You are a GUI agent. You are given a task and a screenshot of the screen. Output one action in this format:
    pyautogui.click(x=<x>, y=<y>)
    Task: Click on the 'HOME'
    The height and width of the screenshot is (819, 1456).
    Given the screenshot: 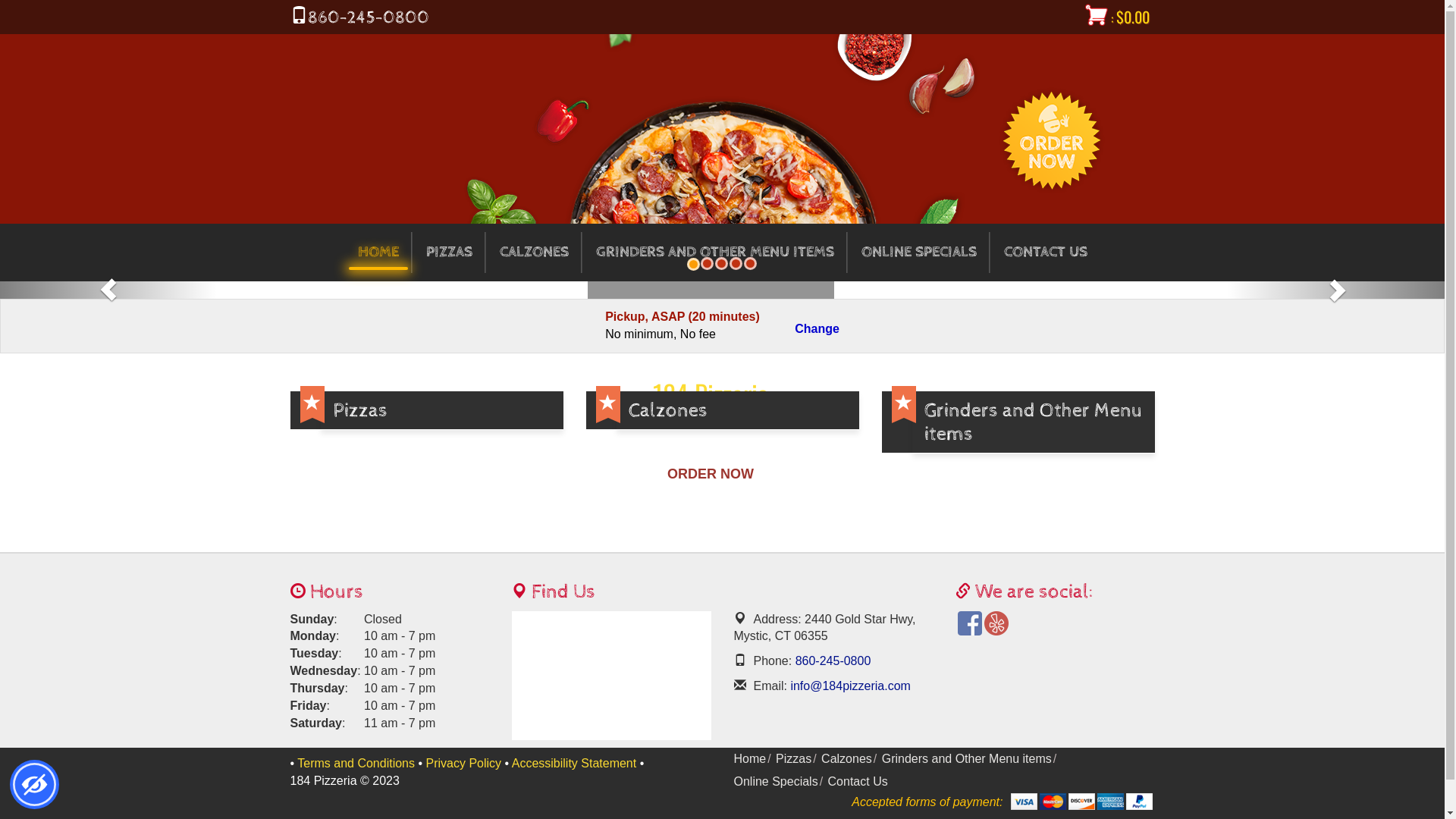 What is the action you would take?
    pyautogui.click(x=378, y=251)
    